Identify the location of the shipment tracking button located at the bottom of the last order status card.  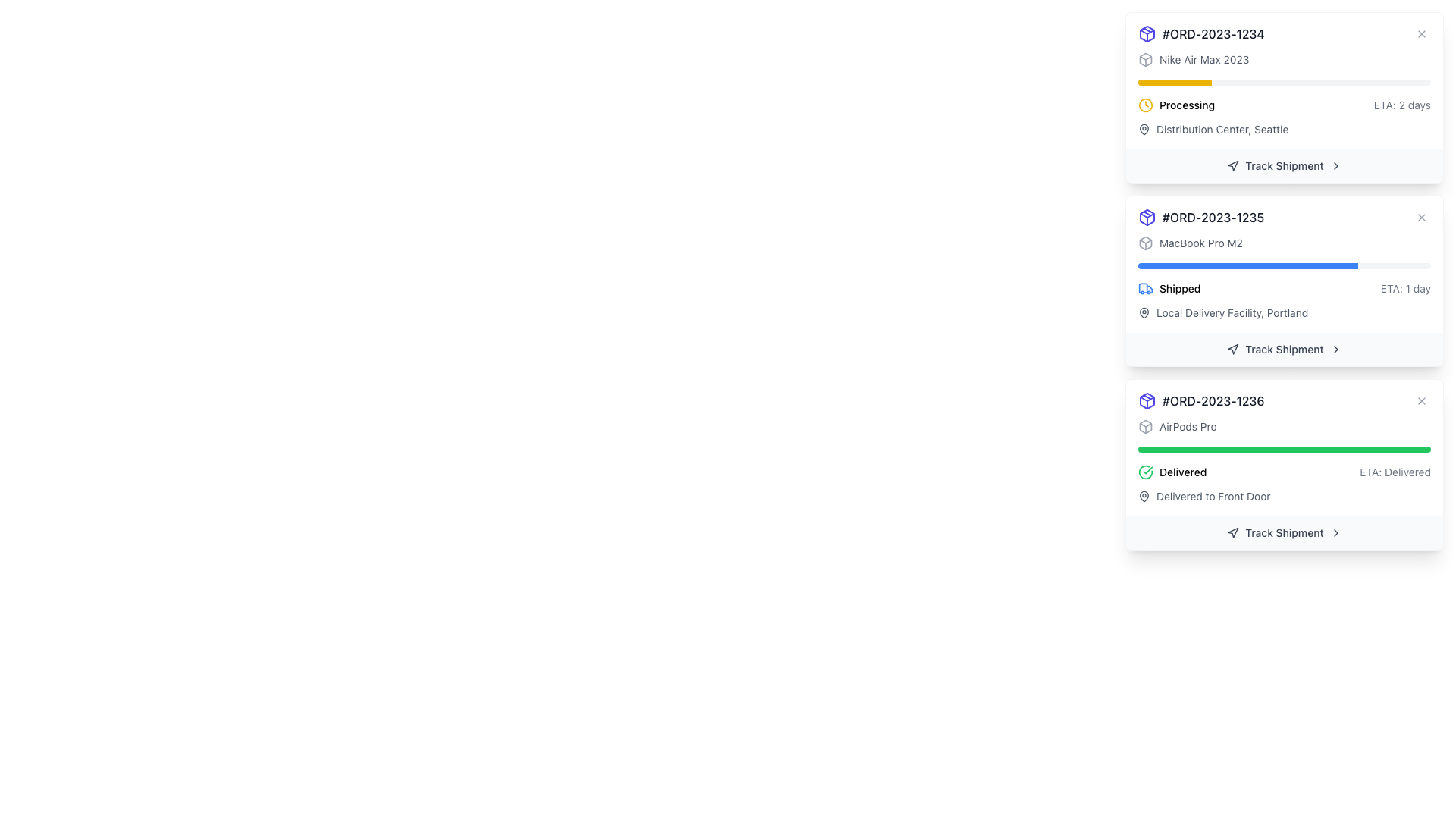
(1284, 532).